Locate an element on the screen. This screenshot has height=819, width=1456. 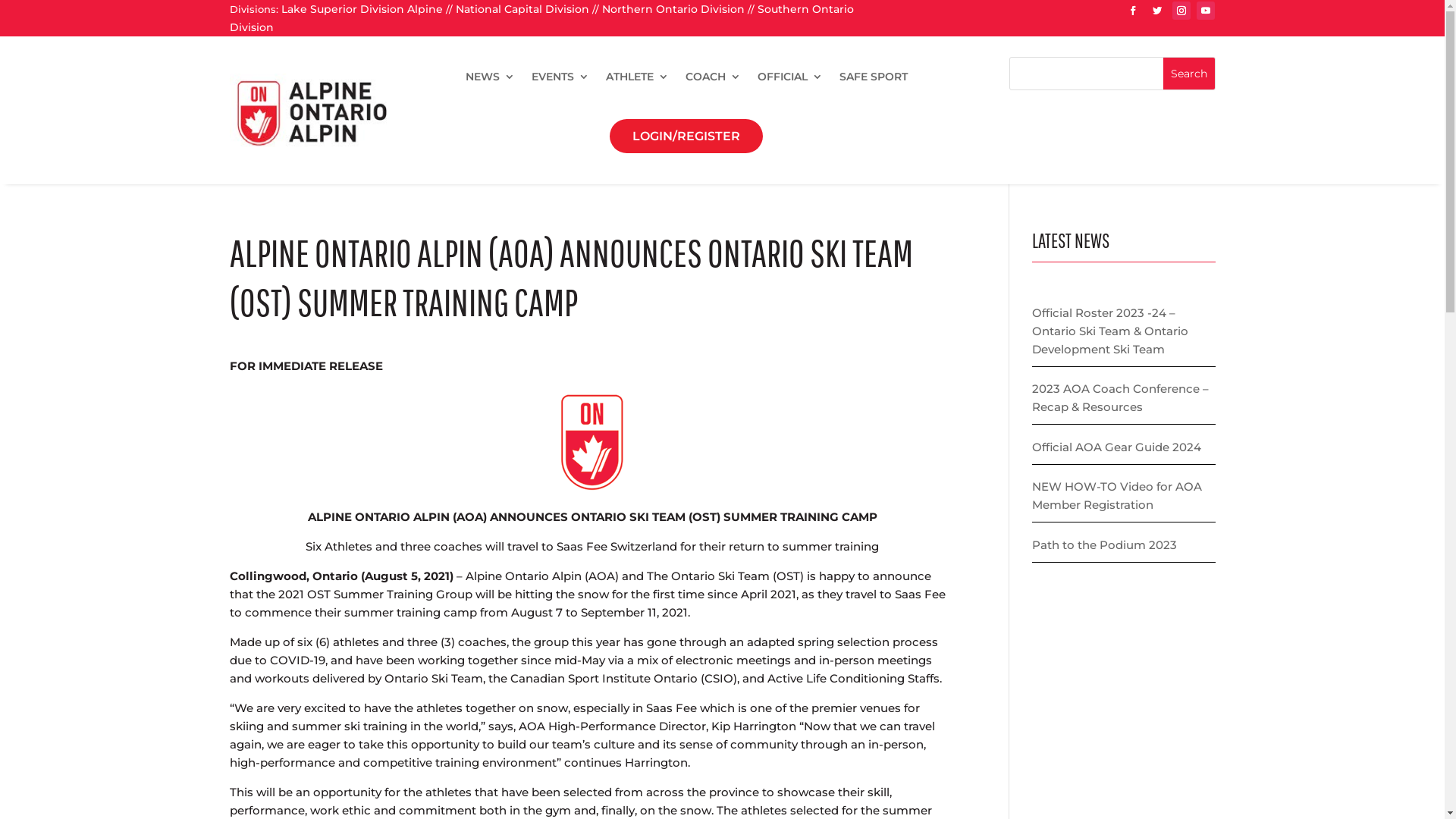
'Follow on Facebook' is located at coordinates (1132, 11).